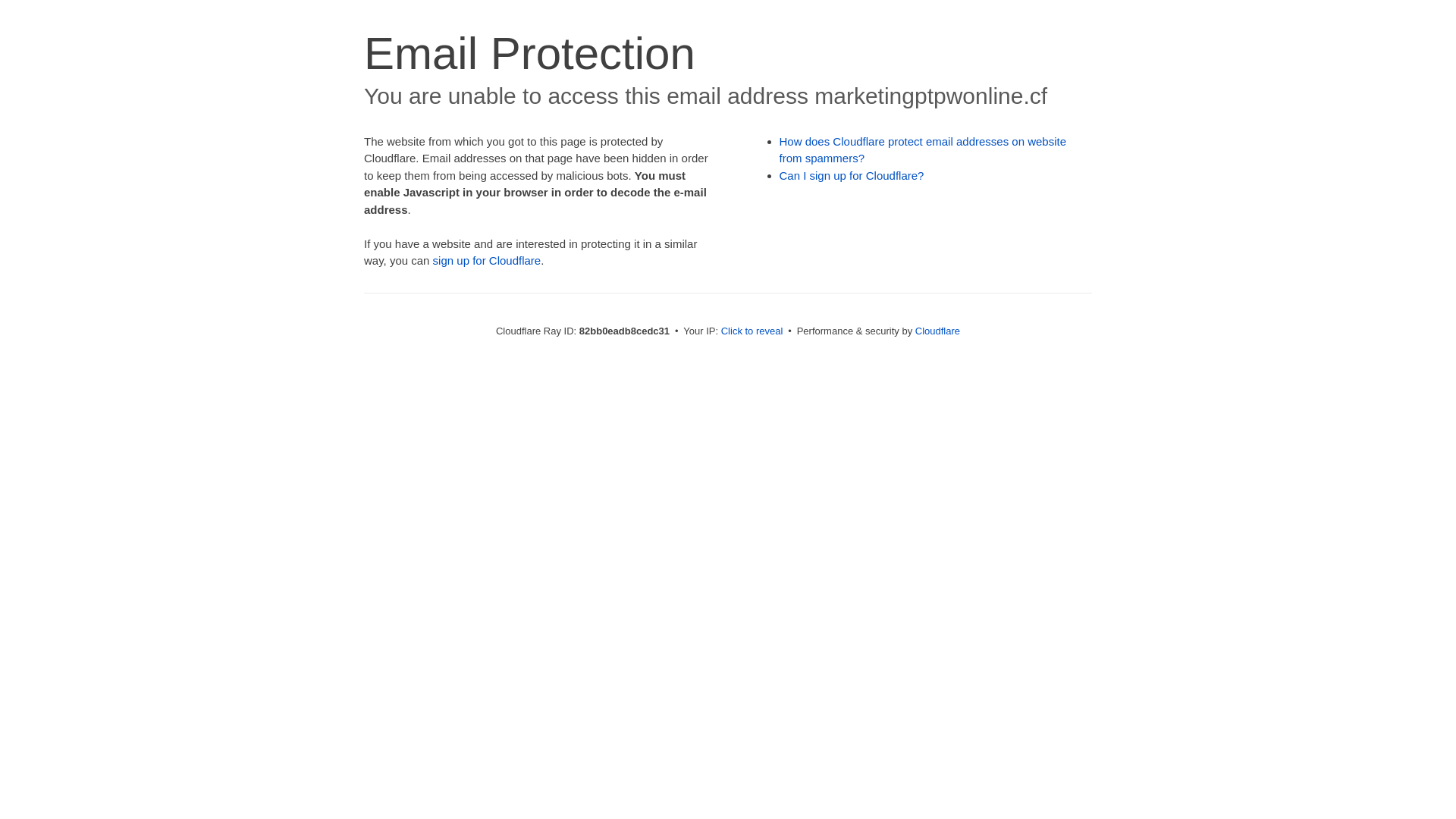 Image resolution: width=1456 pixels, height=819 pixels. I want to click on 'Cloudflare', so click(937, 330).